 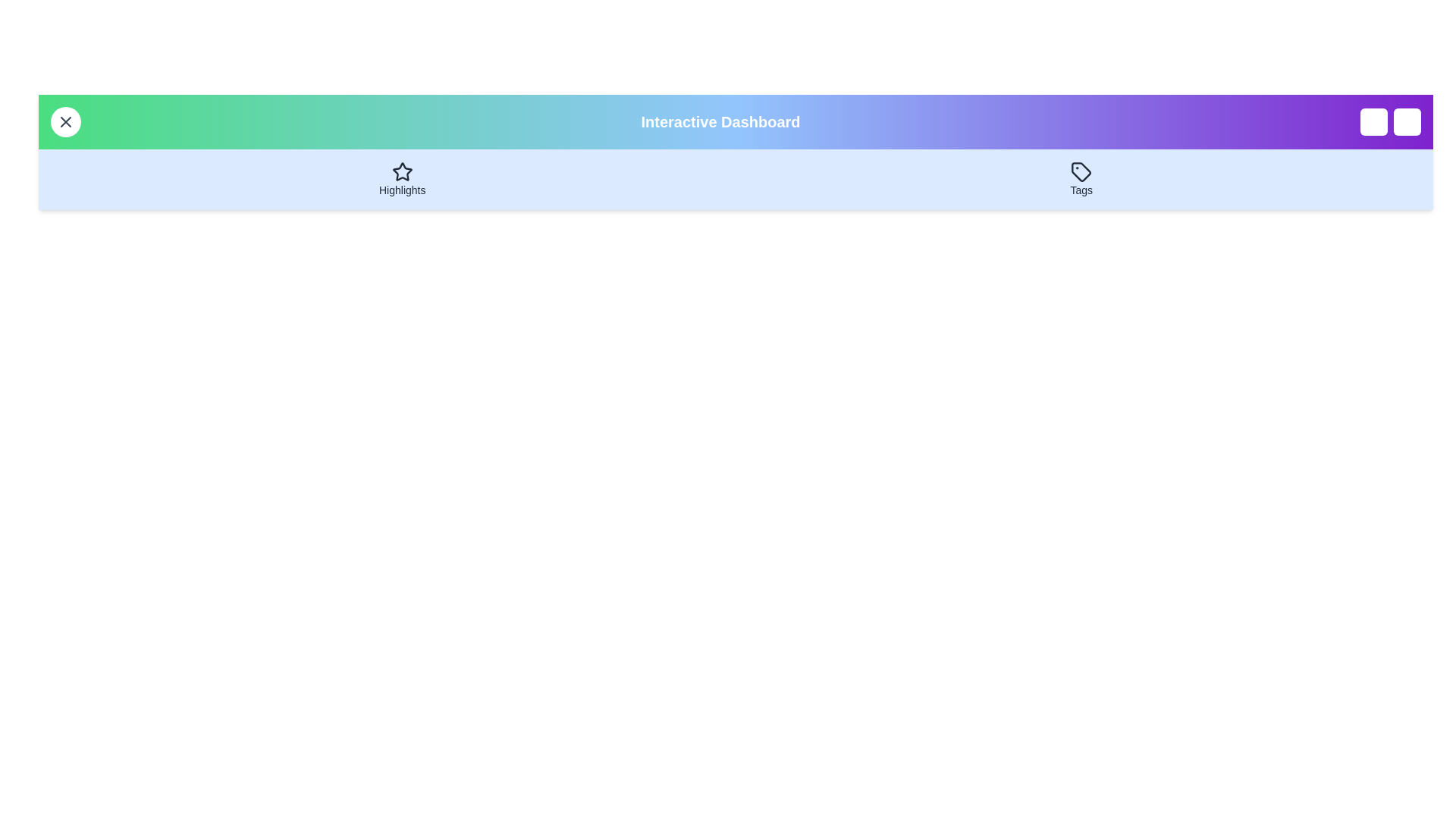 What do you see at coordinates (401, 178) in the screenshot?
I see `the 'Highlights' button to navigate to the 'Highlights' section` at bounding box center [401, 178].